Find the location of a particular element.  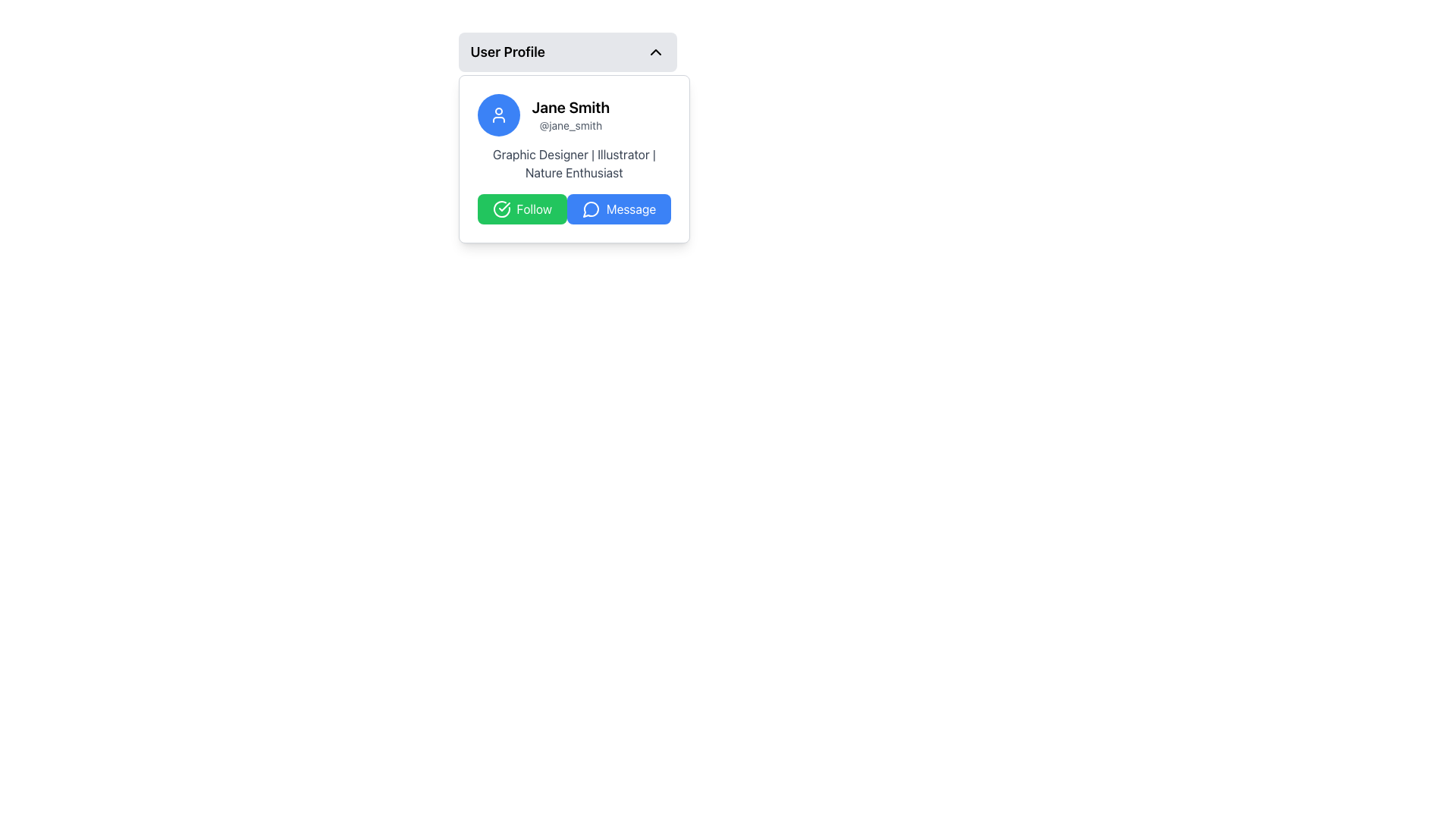

the user profile icon which has a white outline on a blue circular background, located at the top left corner of the user profile card is located at coordinates (498, 114).